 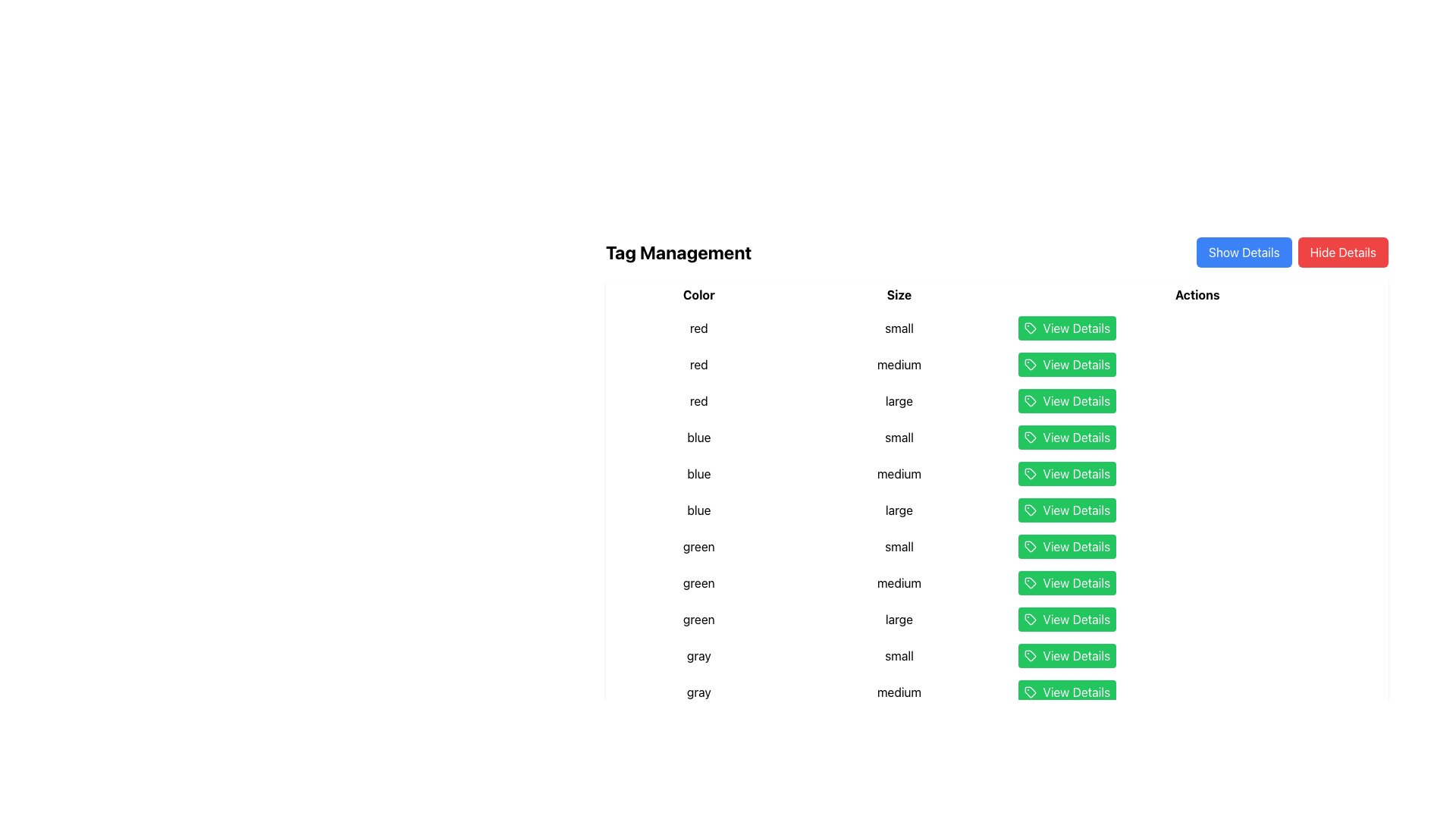 What do you see at coordinates (1066, 438) in the screenshot?
I see `the button in the 'Actions' column of the row associated with the 'blue' color and 'small' size attributes` at bounding box center [1066, 438].